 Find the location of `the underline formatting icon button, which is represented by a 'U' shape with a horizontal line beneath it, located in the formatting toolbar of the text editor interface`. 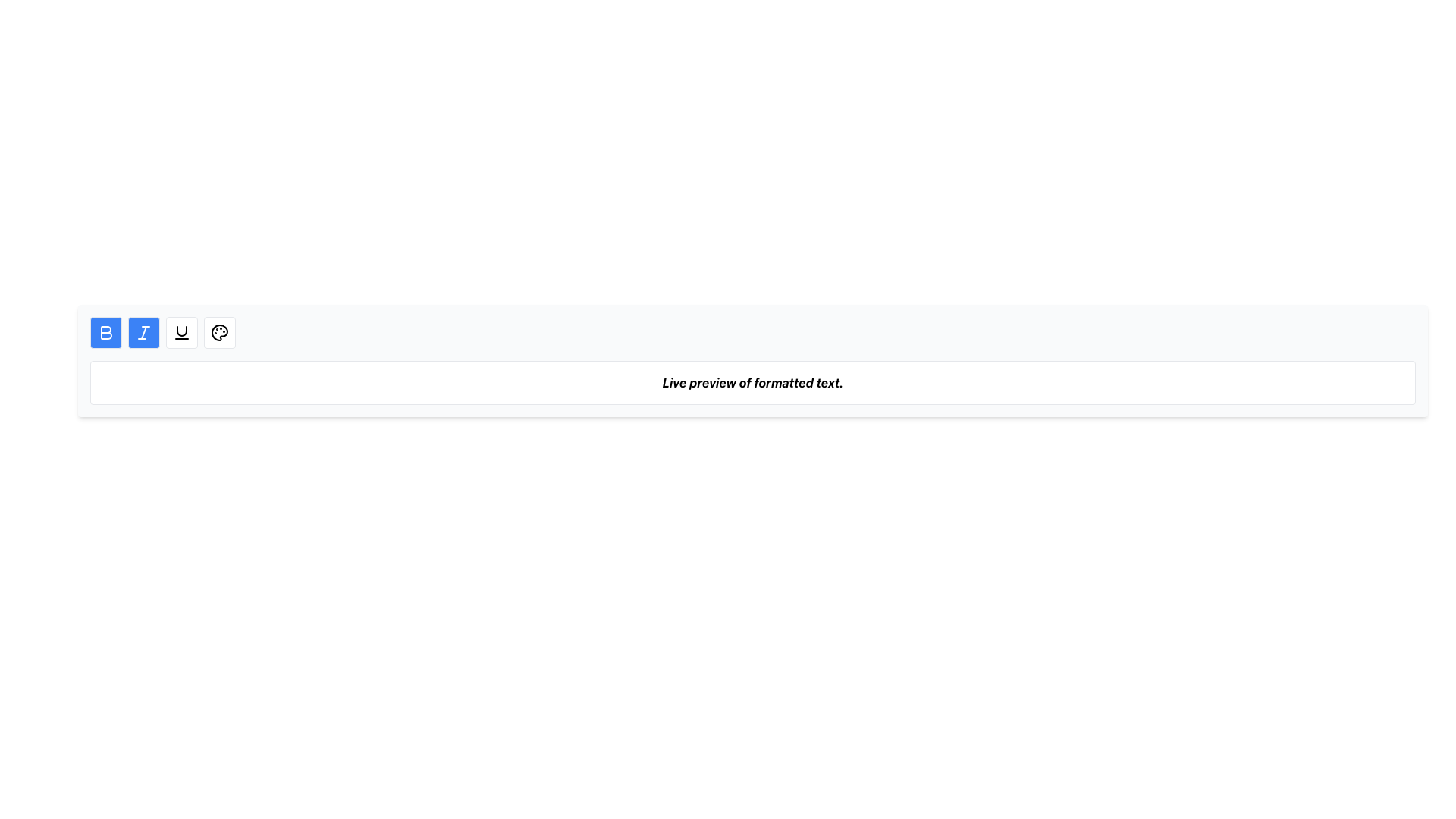

the underline formatting icon button, which is represented by a 'U' shape with a horizontal line beneath it, located in the formatting toolbar of the text editor interface is located at coordinates (182, 332).